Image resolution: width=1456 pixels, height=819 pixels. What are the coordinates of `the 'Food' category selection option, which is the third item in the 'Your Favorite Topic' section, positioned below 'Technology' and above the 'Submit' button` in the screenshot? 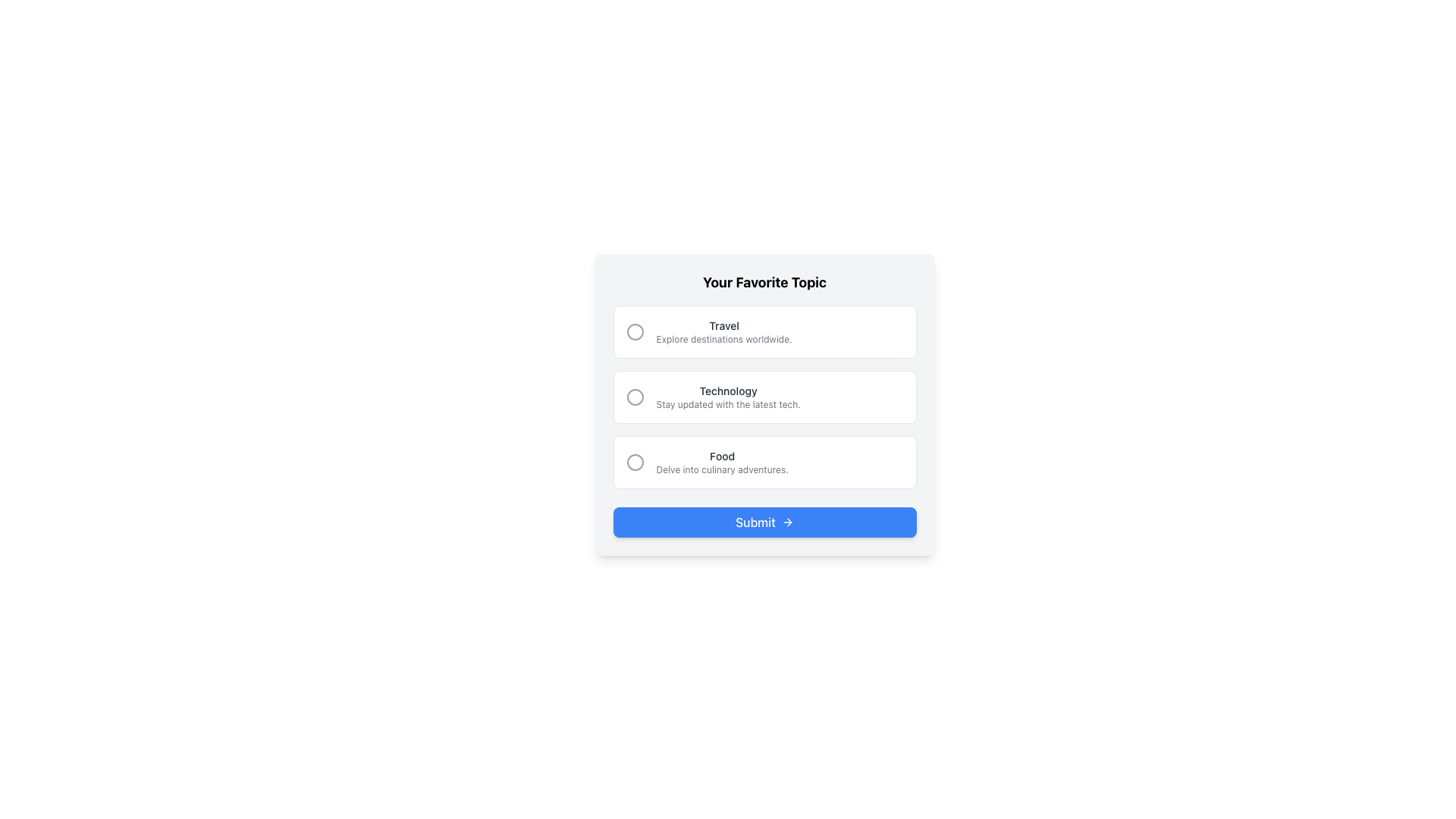 It's located at (764, 461).